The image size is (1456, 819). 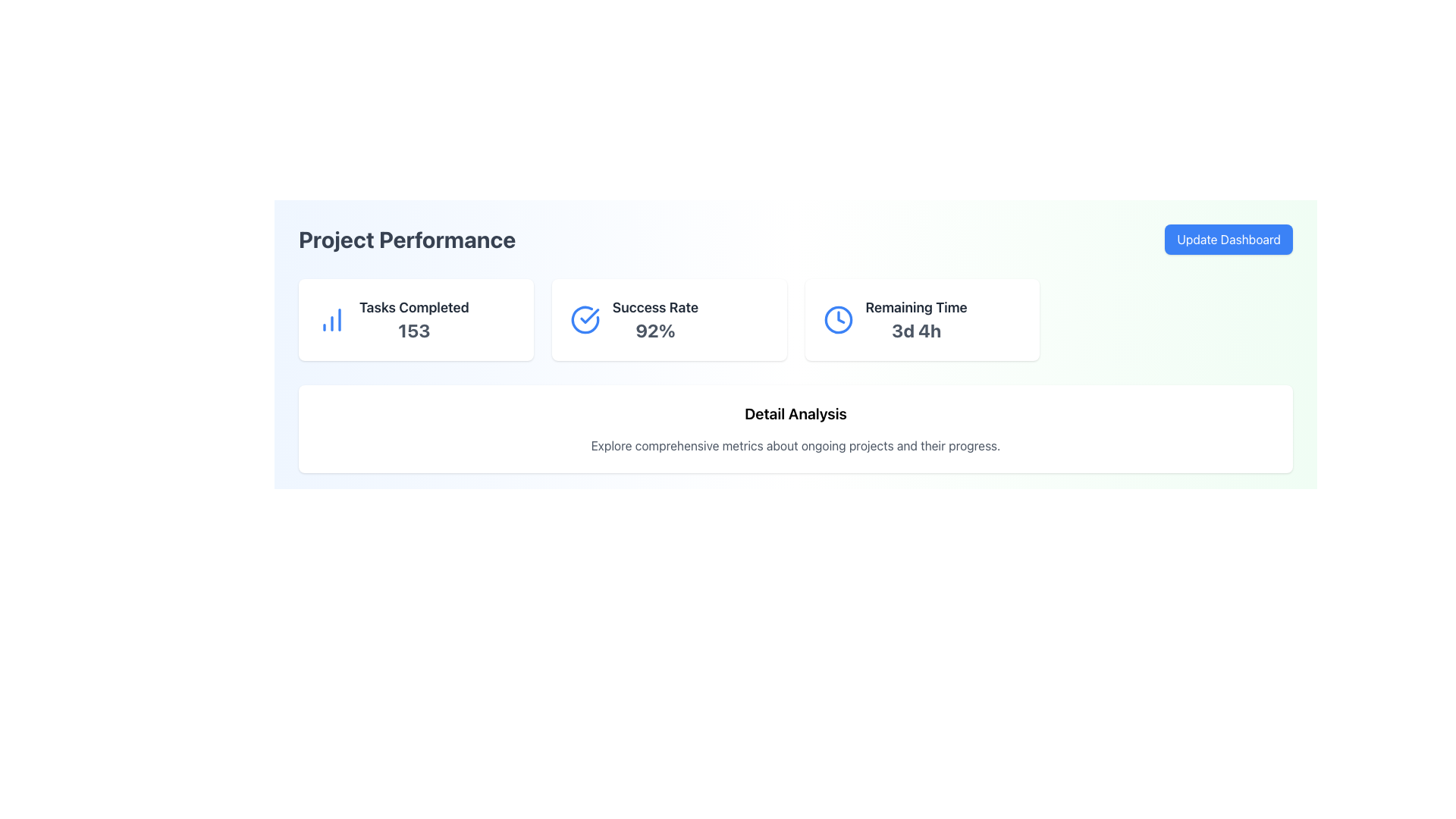 I want to click on the blue circular element within the SVG clock icon located in the 'Remaining Time' section of the interface, so click(x=837, y=318).